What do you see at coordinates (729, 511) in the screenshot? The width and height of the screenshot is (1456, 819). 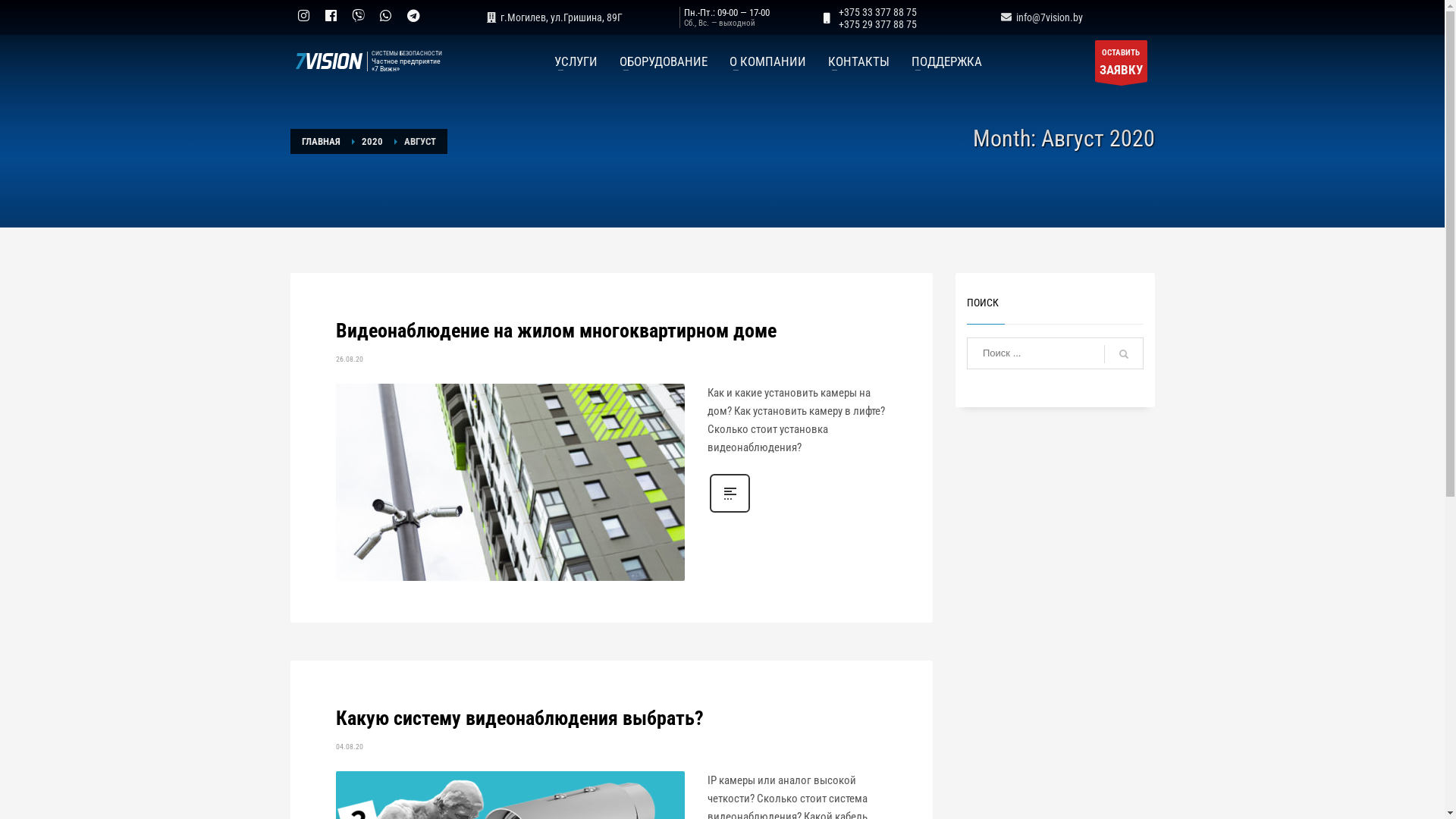 I see `'Read more'` at bounding box center [729, 511].